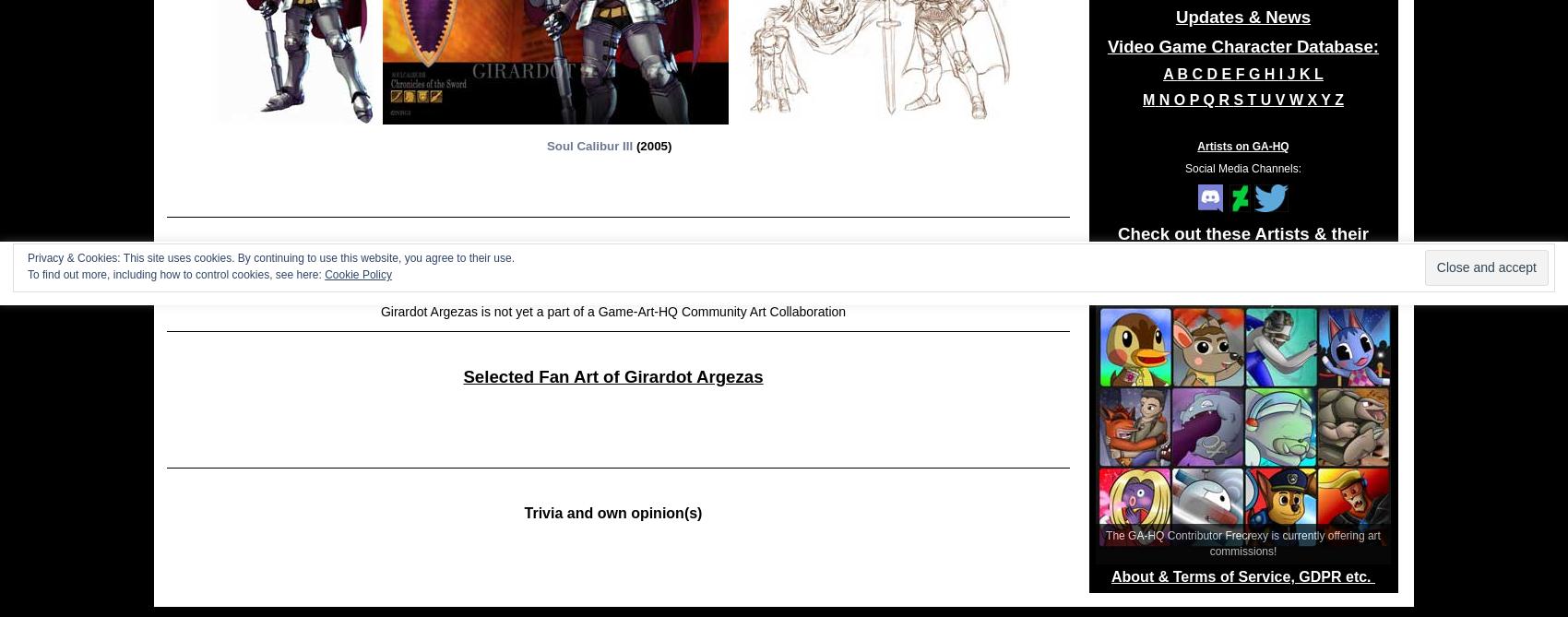  What do you see at coordinates (270, 257) in the screenshot?
I see `'Privacy & Cookies: This site uses cookies. By continuing to use this website, you agree to their use.'` at bounding box center [270, 257].